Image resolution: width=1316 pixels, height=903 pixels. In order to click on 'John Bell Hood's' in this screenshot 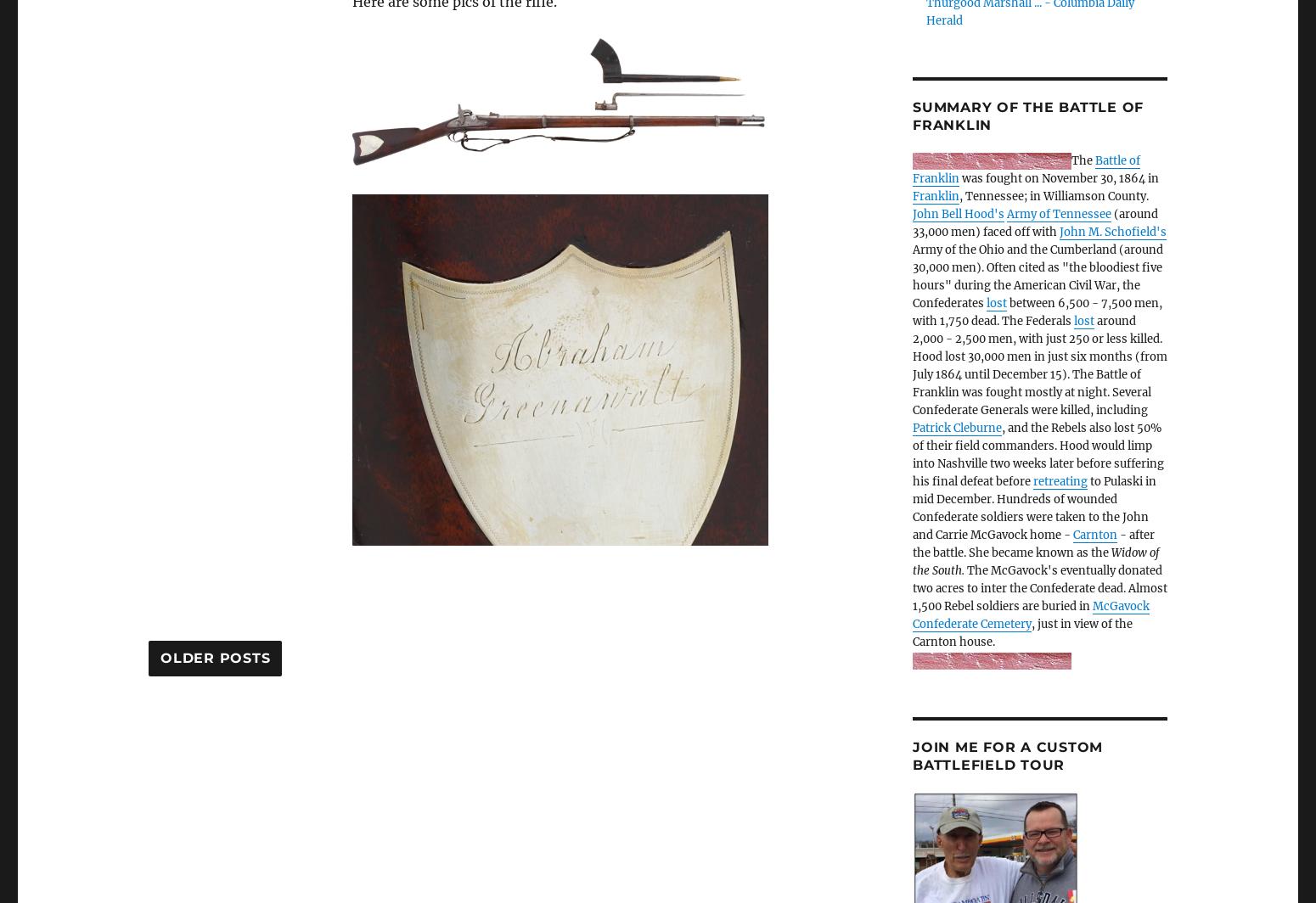, I will do `click(958, 214)`.